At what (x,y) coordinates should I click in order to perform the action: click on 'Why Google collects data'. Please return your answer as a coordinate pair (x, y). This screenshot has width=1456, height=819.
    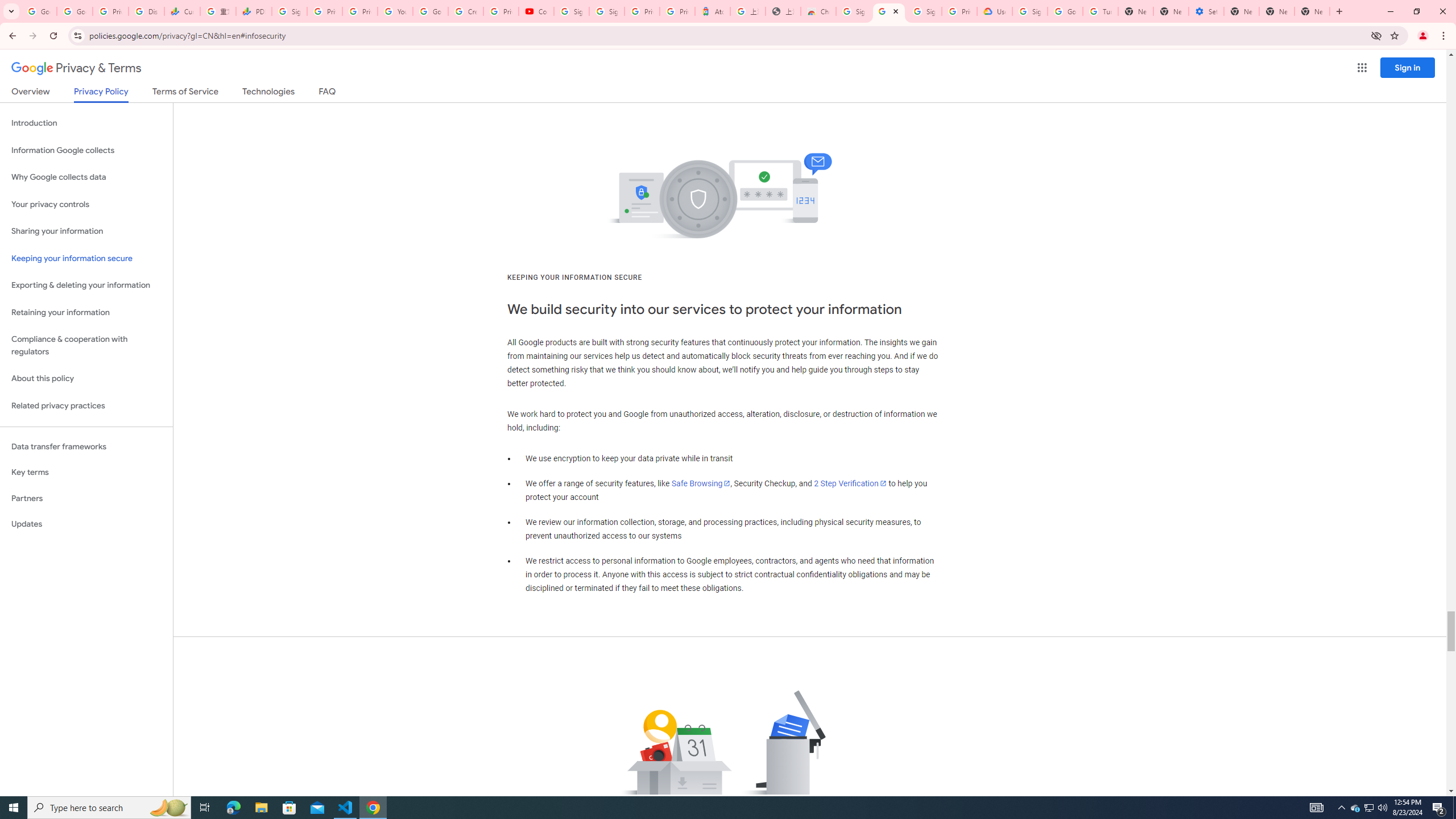
    Looking at the image, I should click on (86, 176).